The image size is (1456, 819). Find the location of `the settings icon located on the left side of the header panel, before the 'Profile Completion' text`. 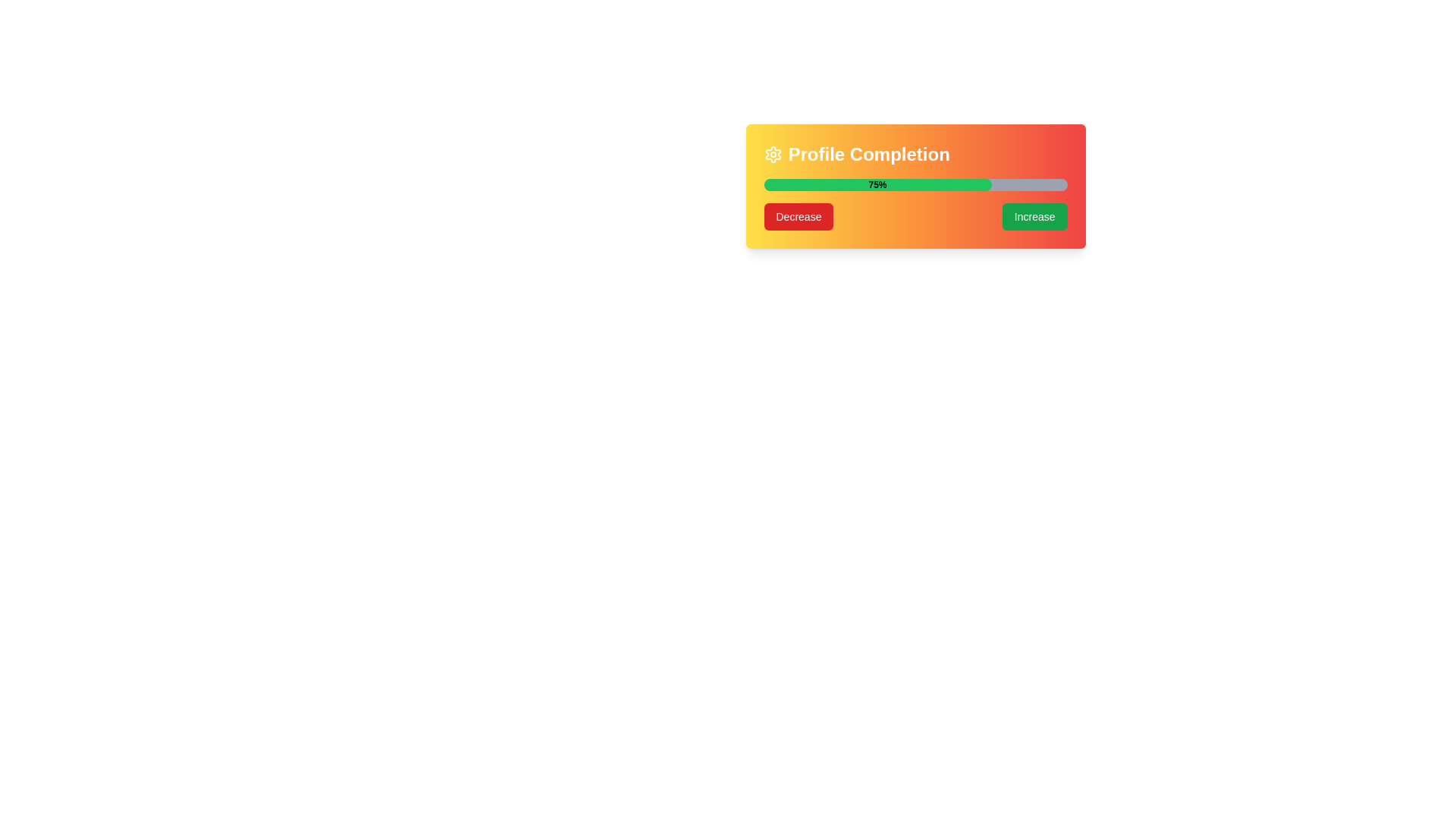

the settings icon located on the left side of the header panel, before the 'Profile Completion' text is located at coordinates (773, 155).